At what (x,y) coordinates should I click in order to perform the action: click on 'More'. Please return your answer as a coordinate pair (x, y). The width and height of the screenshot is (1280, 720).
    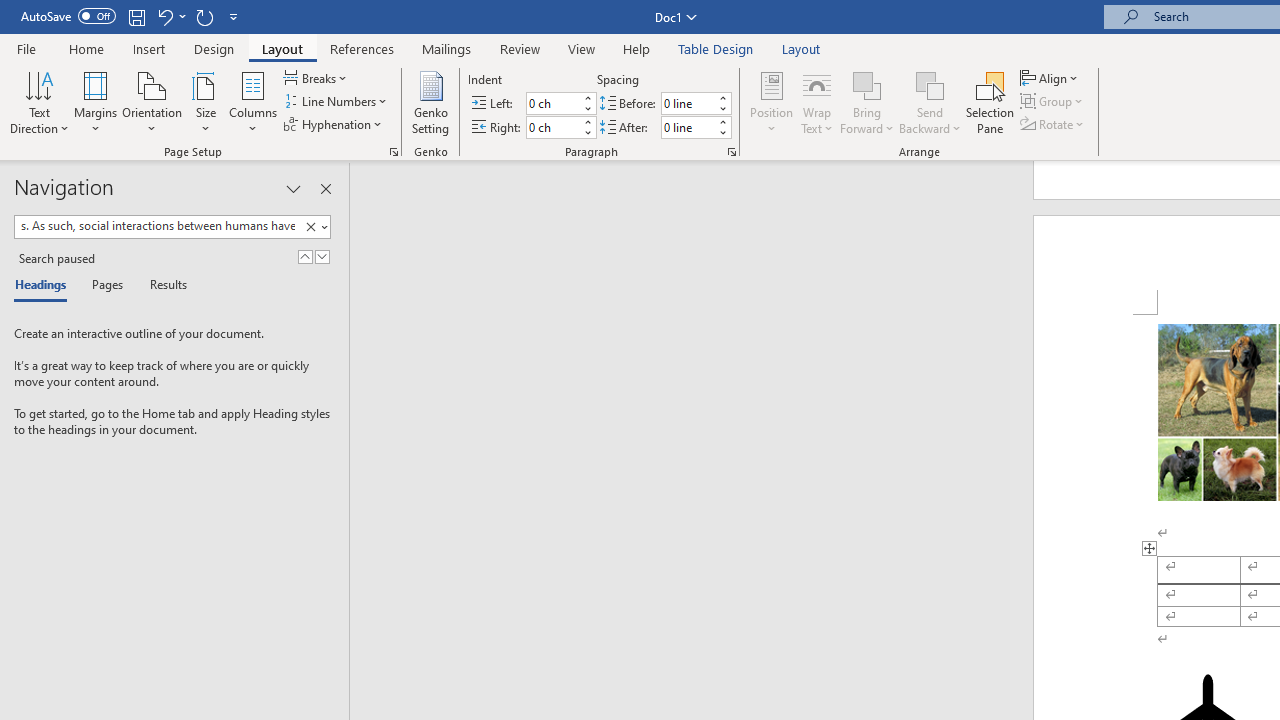
    Looking at the image, I should click on (721, 121).